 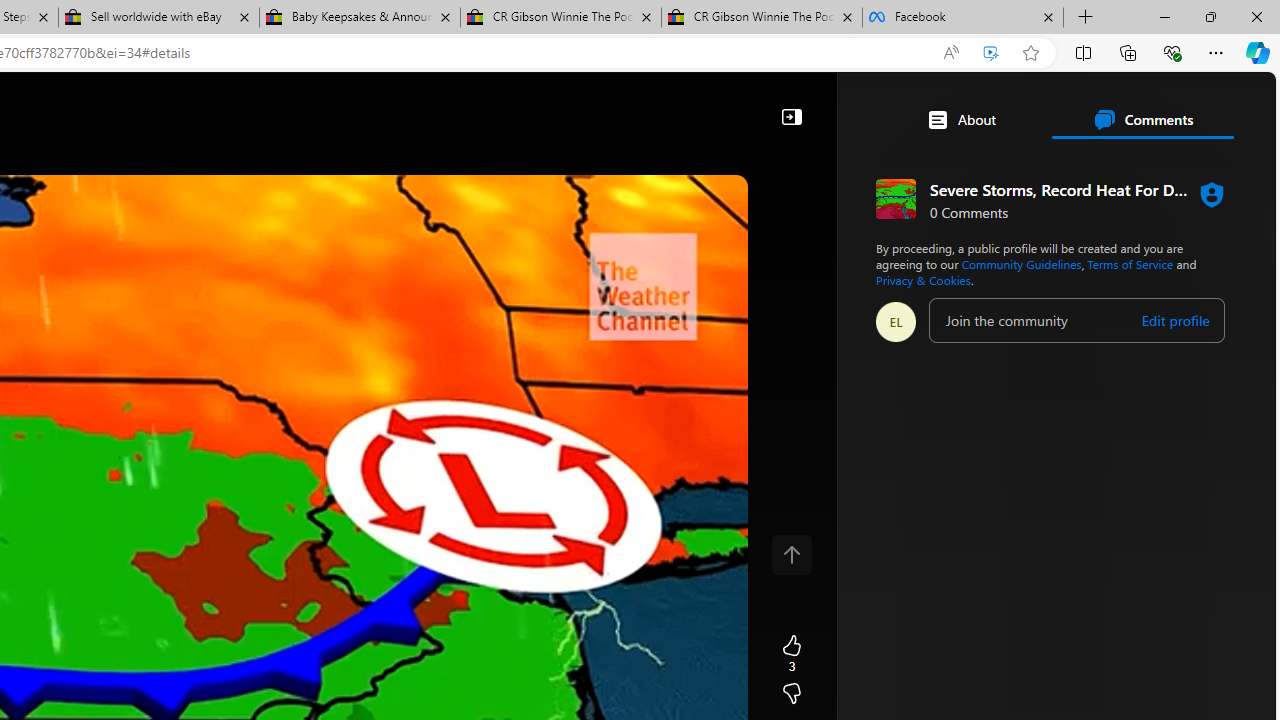 What do you see at coordinates (922, 280) in the screenshot?
I see `'Privacy & Cookies'` at bounding box center [922, 280].